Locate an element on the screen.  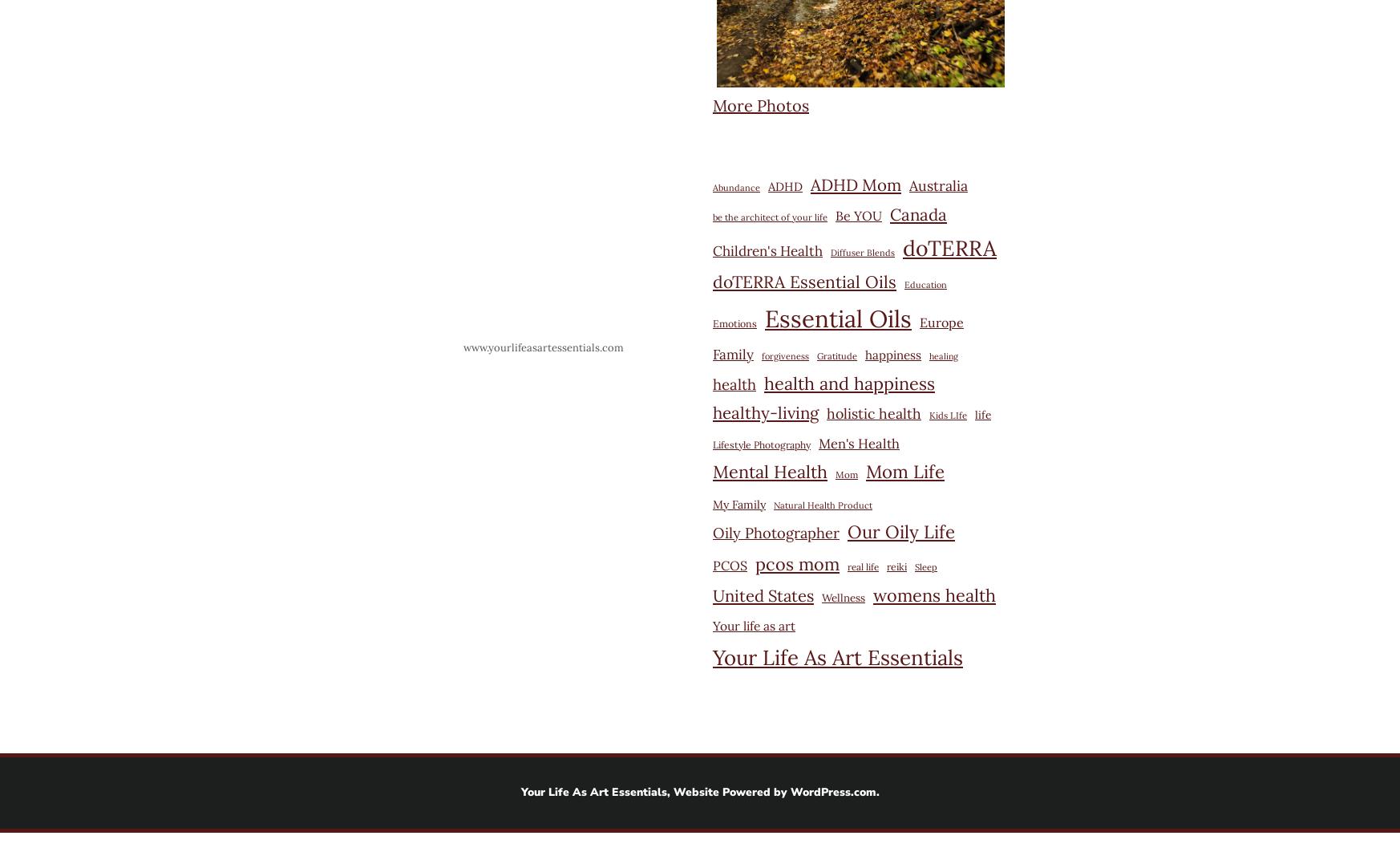
'healthy-living' is located at coordinates (765, 412).